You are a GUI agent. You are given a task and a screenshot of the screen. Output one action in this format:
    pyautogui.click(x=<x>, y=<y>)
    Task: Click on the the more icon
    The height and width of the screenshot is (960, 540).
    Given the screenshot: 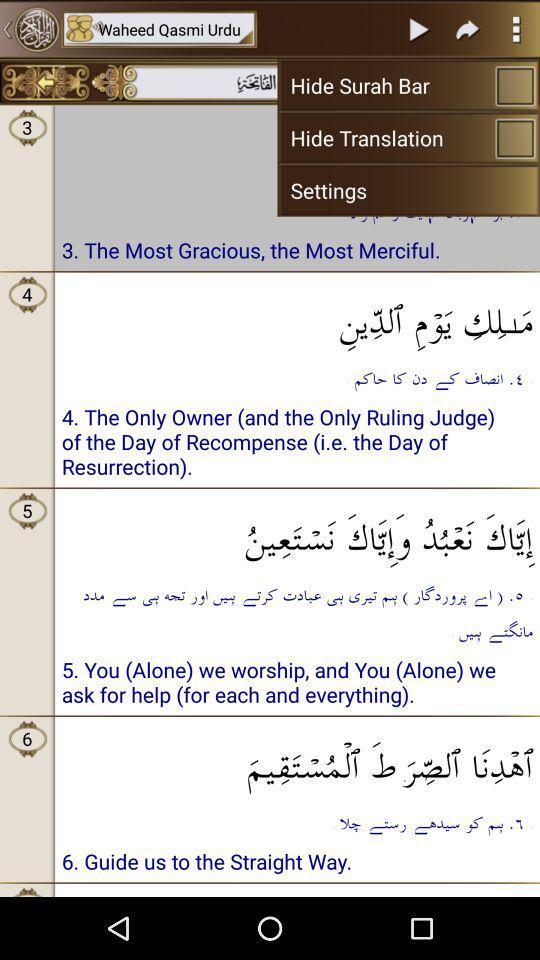 What is the action you would take?
    pyautogui.click(x=516, y=30)
    